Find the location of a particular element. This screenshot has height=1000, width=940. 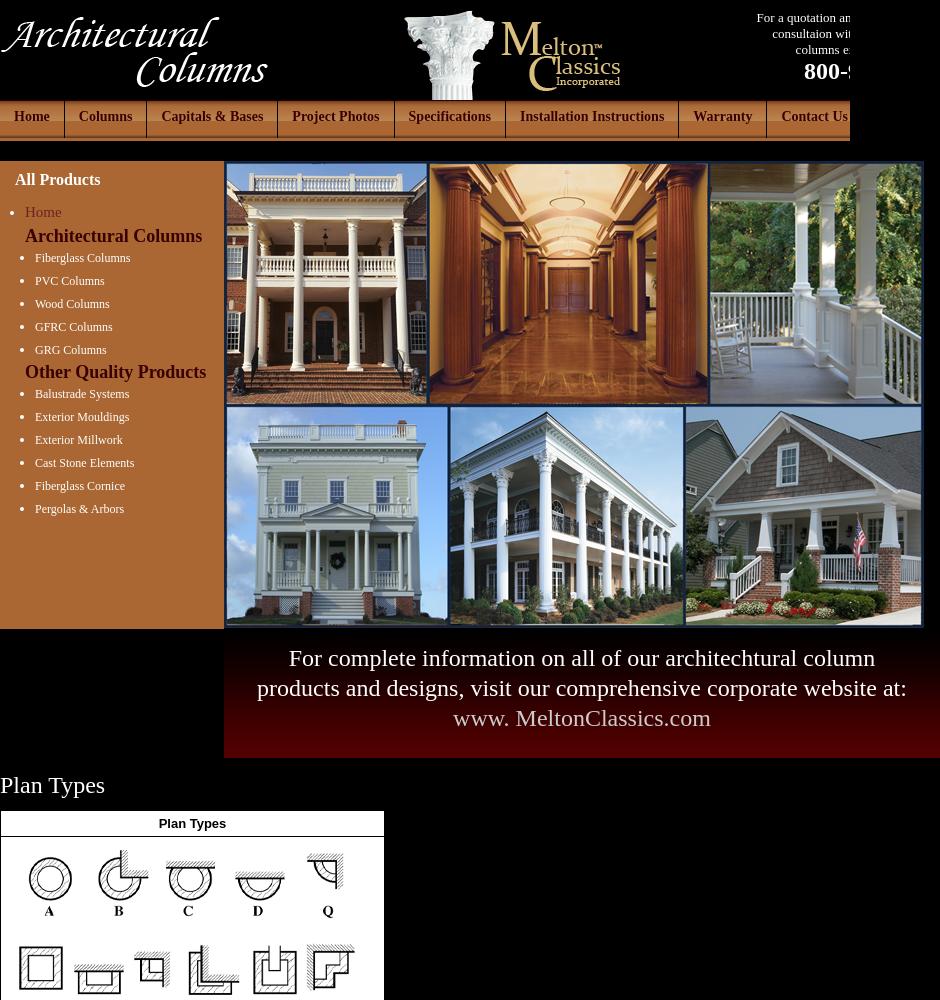

'Wood Columns' is located at coordinates (34, 304).